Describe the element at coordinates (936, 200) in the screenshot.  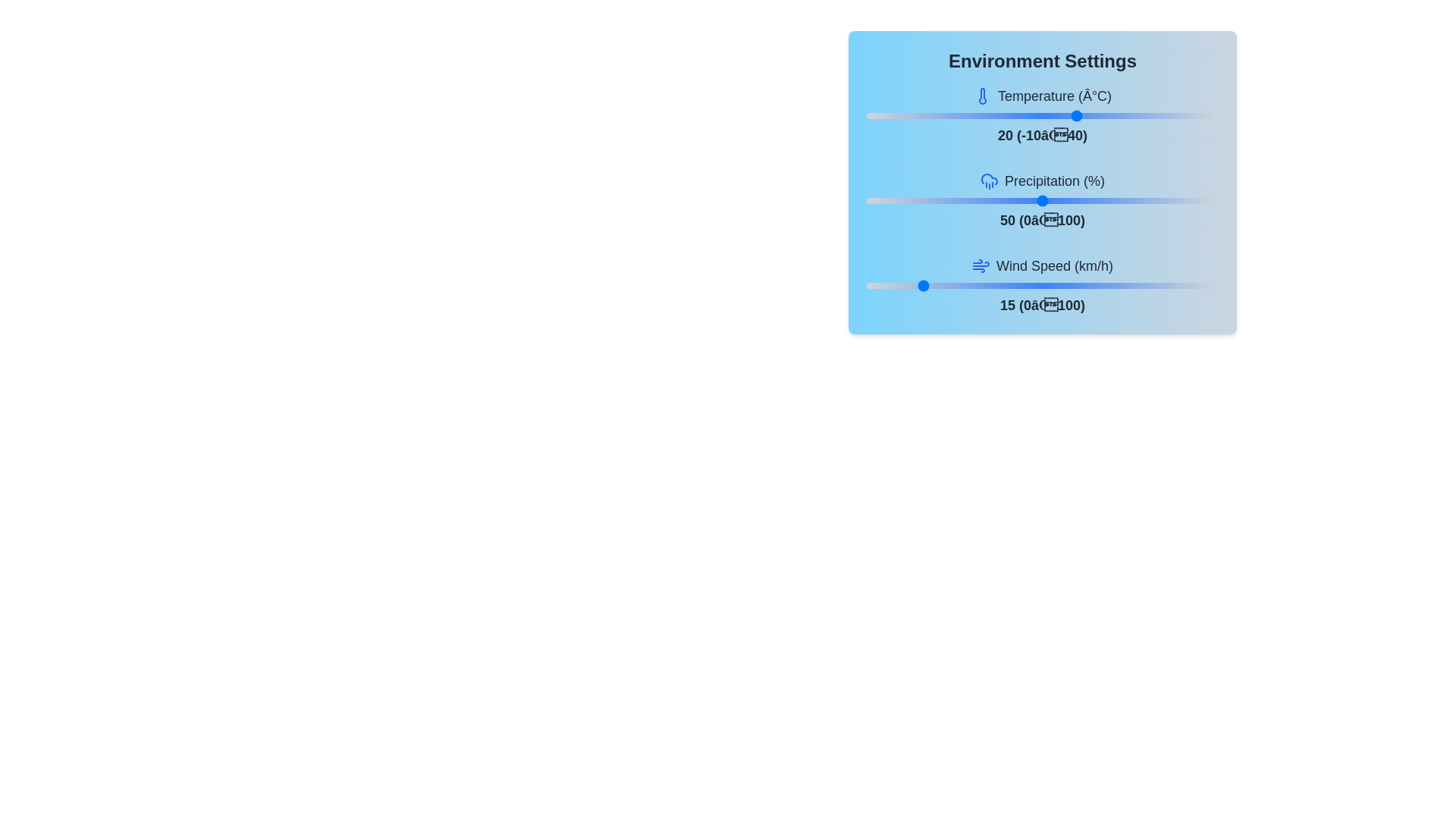
I see `the precipitation level` at that location.